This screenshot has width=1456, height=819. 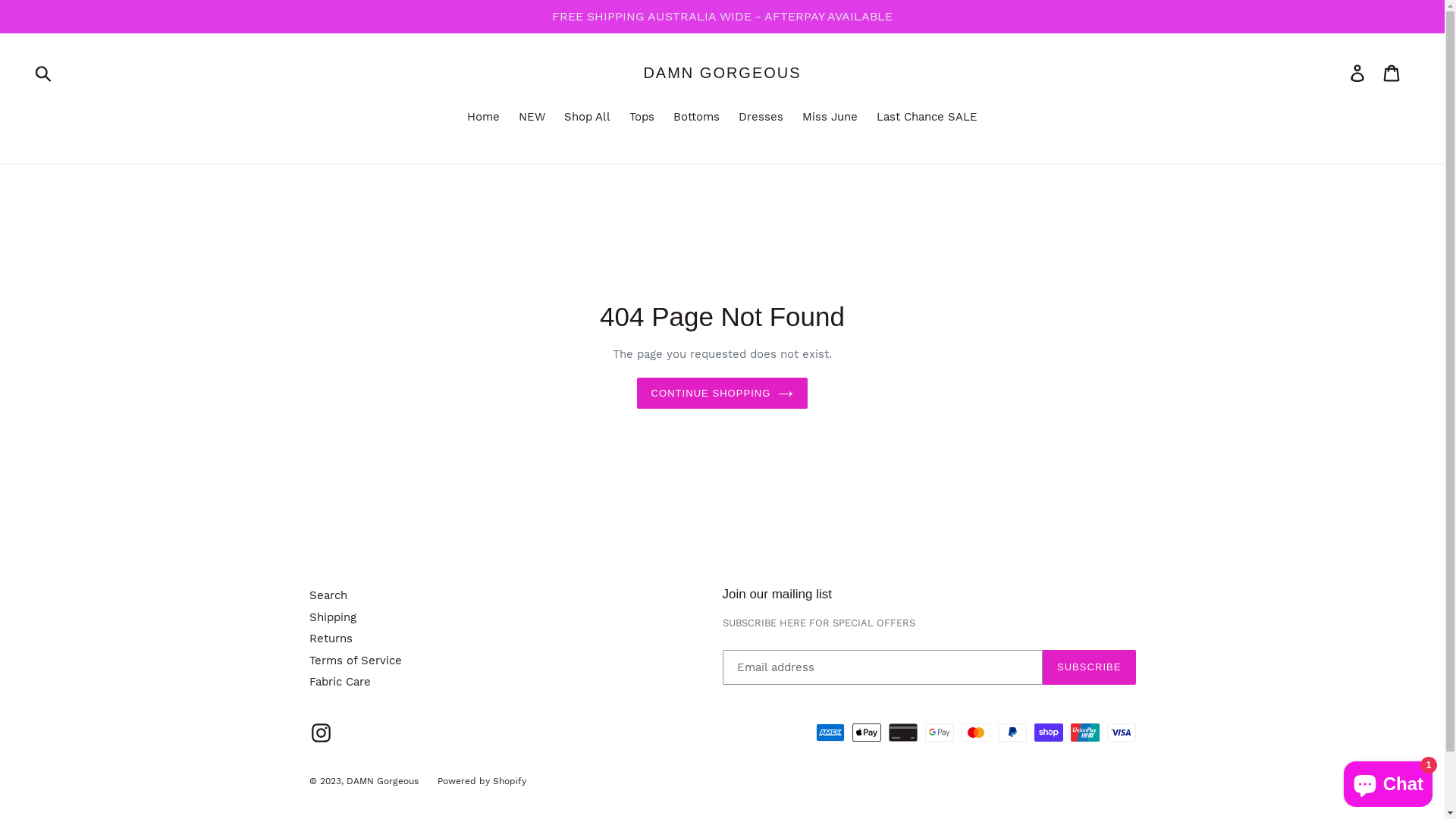 I want to click on 'Search', so click(x=327, y=595).